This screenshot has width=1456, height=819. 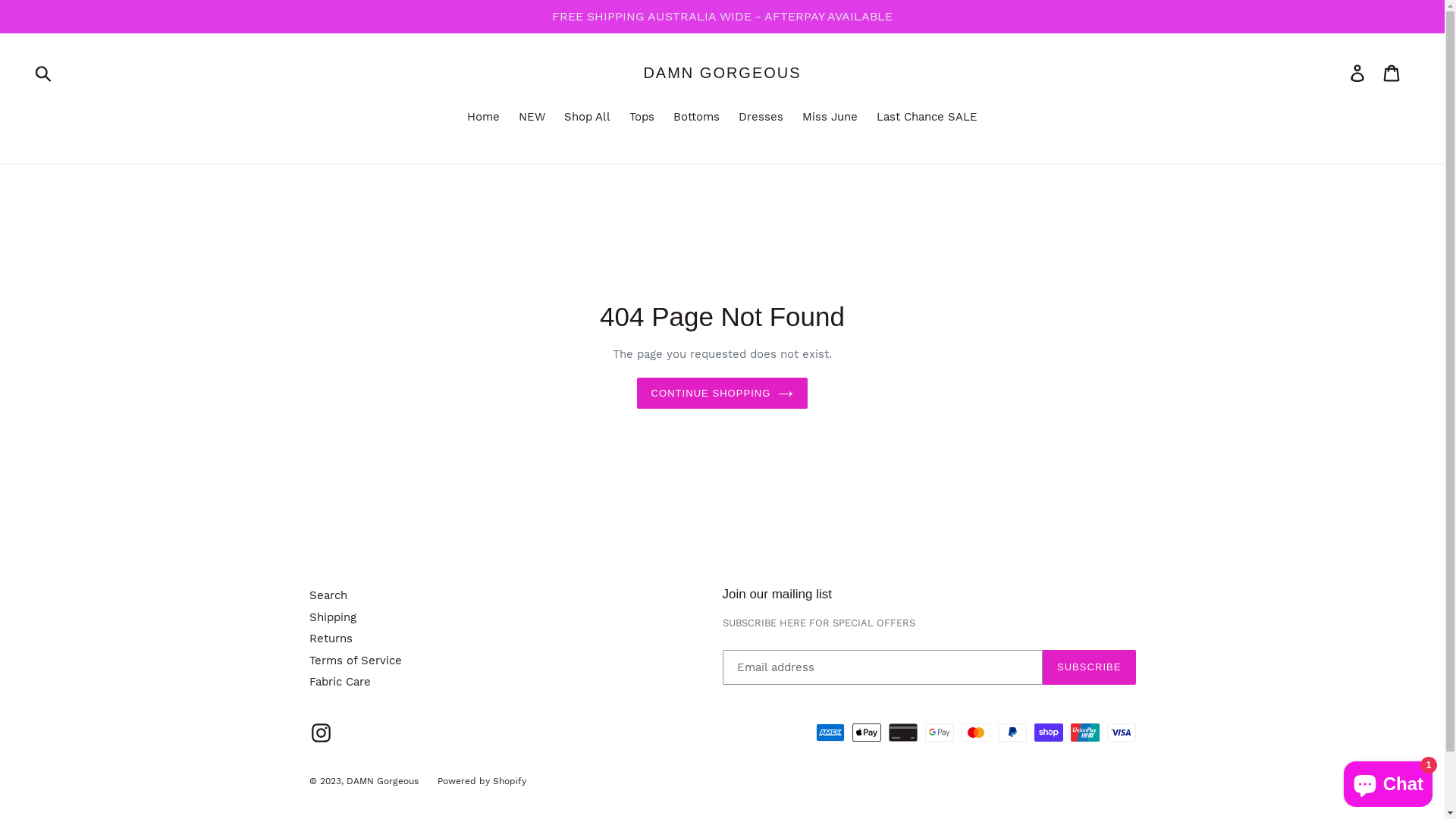 I want to click on 'Search', so click(x=327, y=595).